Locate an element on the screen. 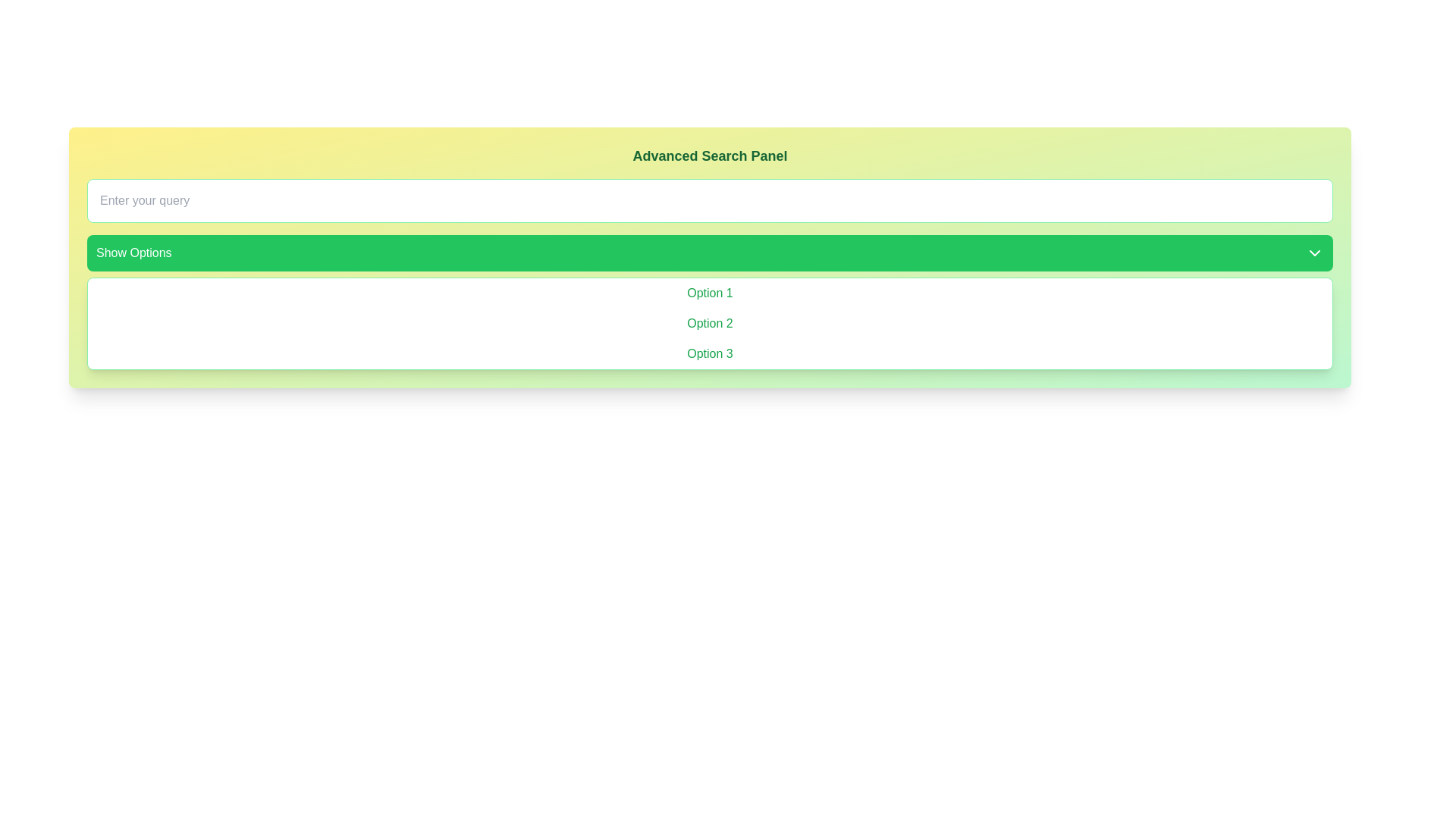  the toggle icon located at the far right of the green button labeled 'Show Options' is located at coordinates (1313, 253).